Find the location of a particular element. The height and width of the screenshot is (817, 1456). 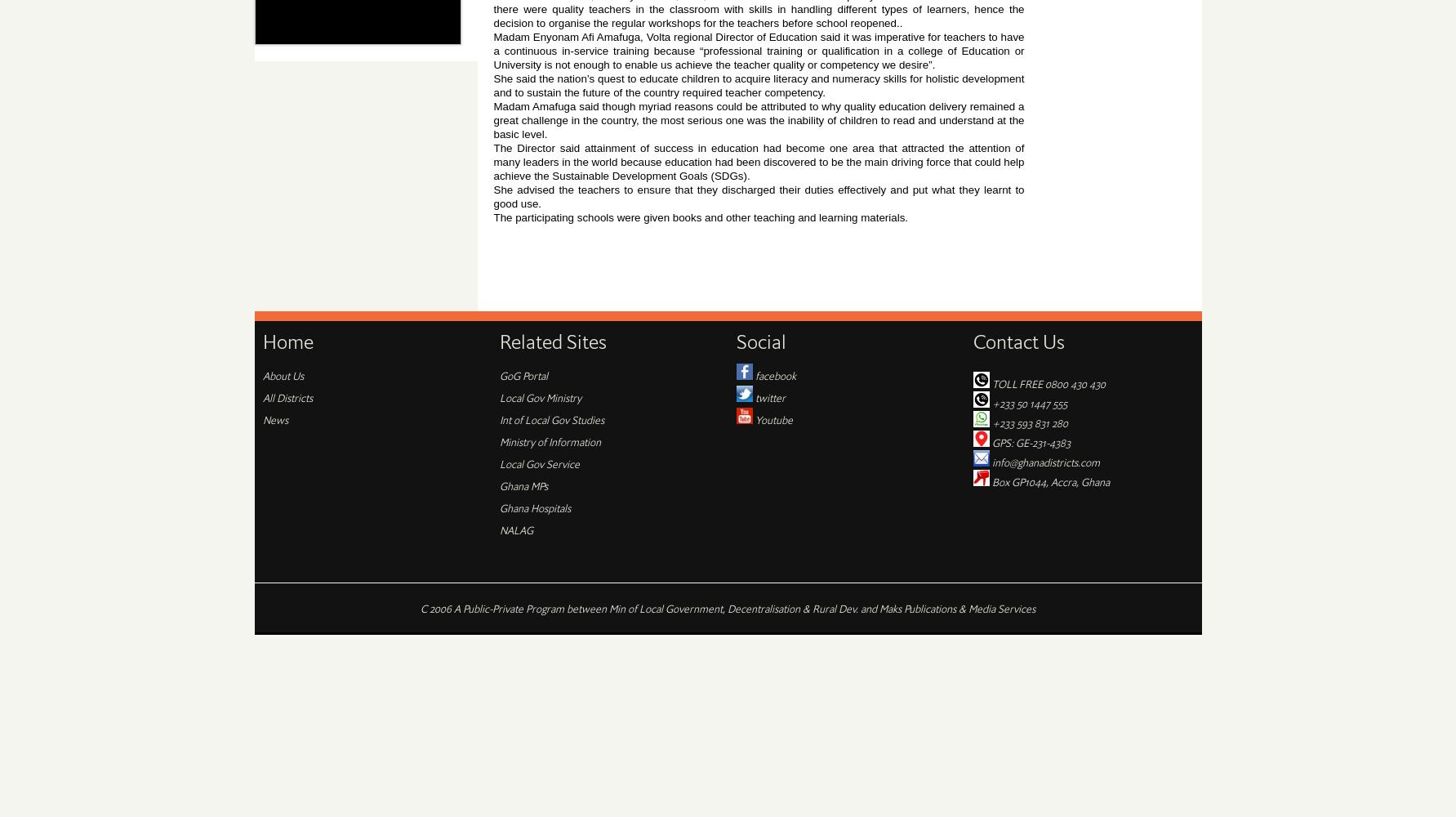

'All Districts' is located at coordinates (286, 396).